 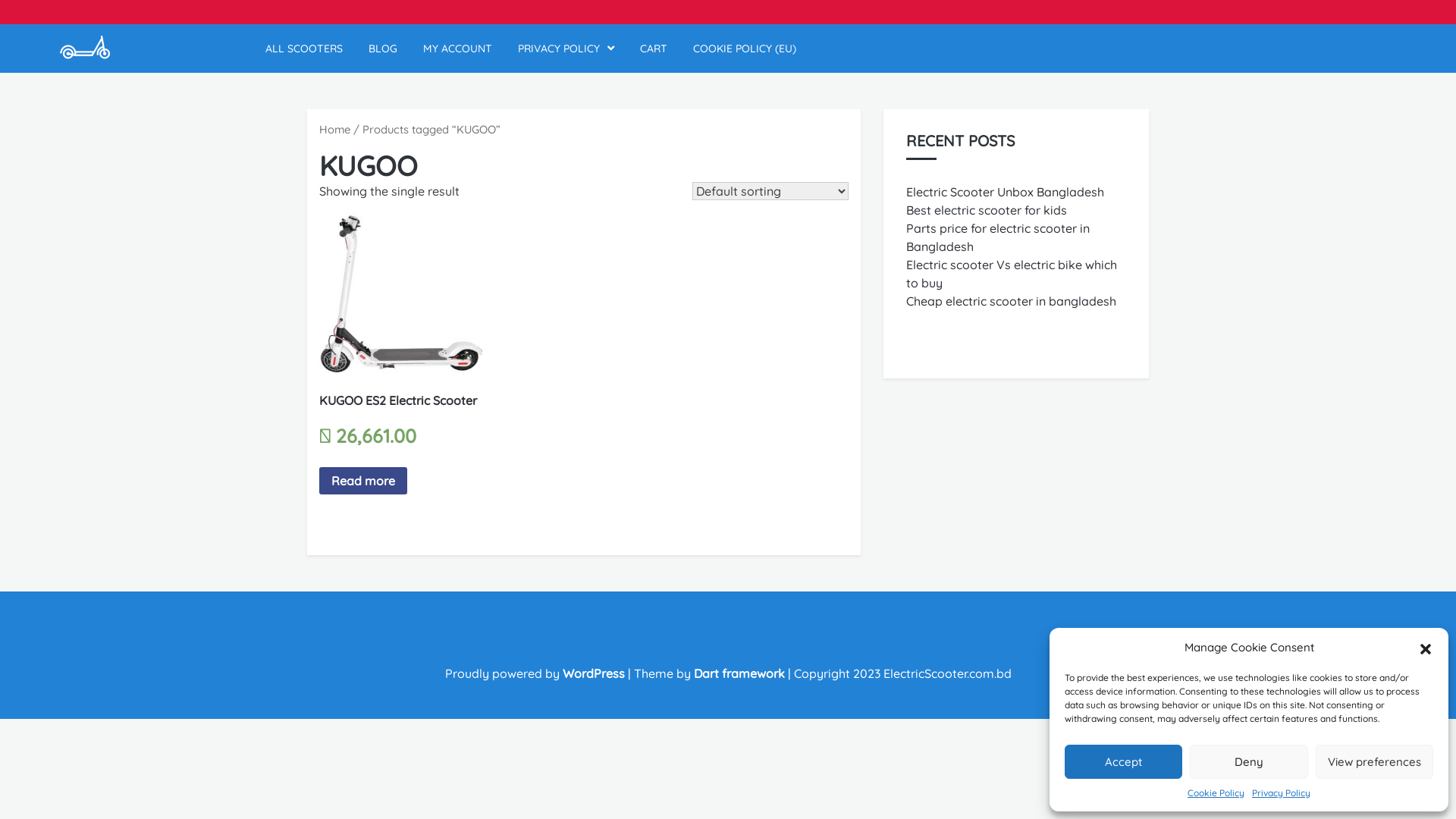 What do you see at coordinates (565, 48) in the screenshot?
I see `'PRIVACY POLICY'` at bounding box center [565, 48].